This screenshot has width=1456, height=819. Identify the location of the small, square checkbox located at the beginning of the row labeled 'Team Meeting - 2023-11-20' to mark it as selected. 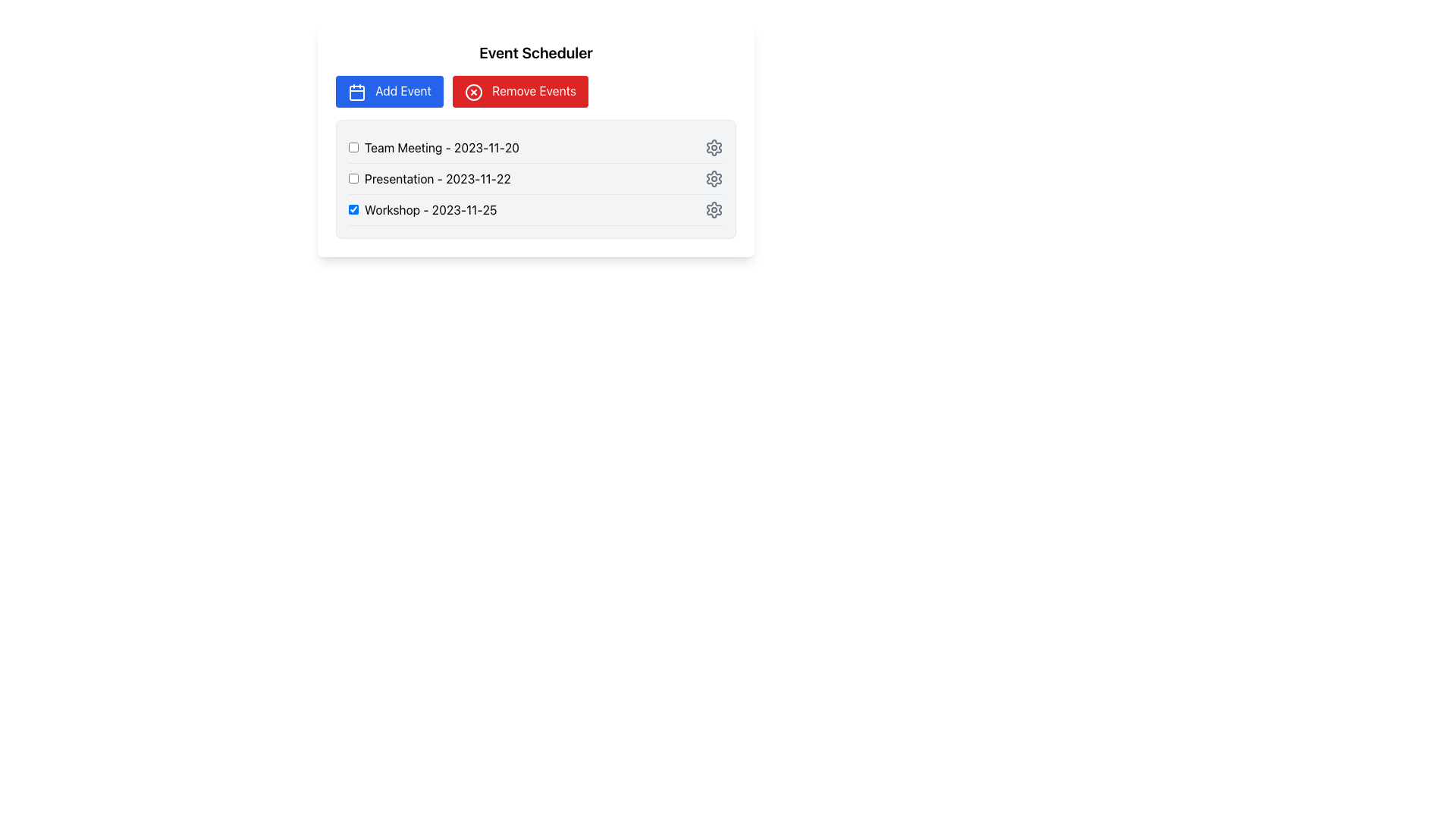
(353, 147).